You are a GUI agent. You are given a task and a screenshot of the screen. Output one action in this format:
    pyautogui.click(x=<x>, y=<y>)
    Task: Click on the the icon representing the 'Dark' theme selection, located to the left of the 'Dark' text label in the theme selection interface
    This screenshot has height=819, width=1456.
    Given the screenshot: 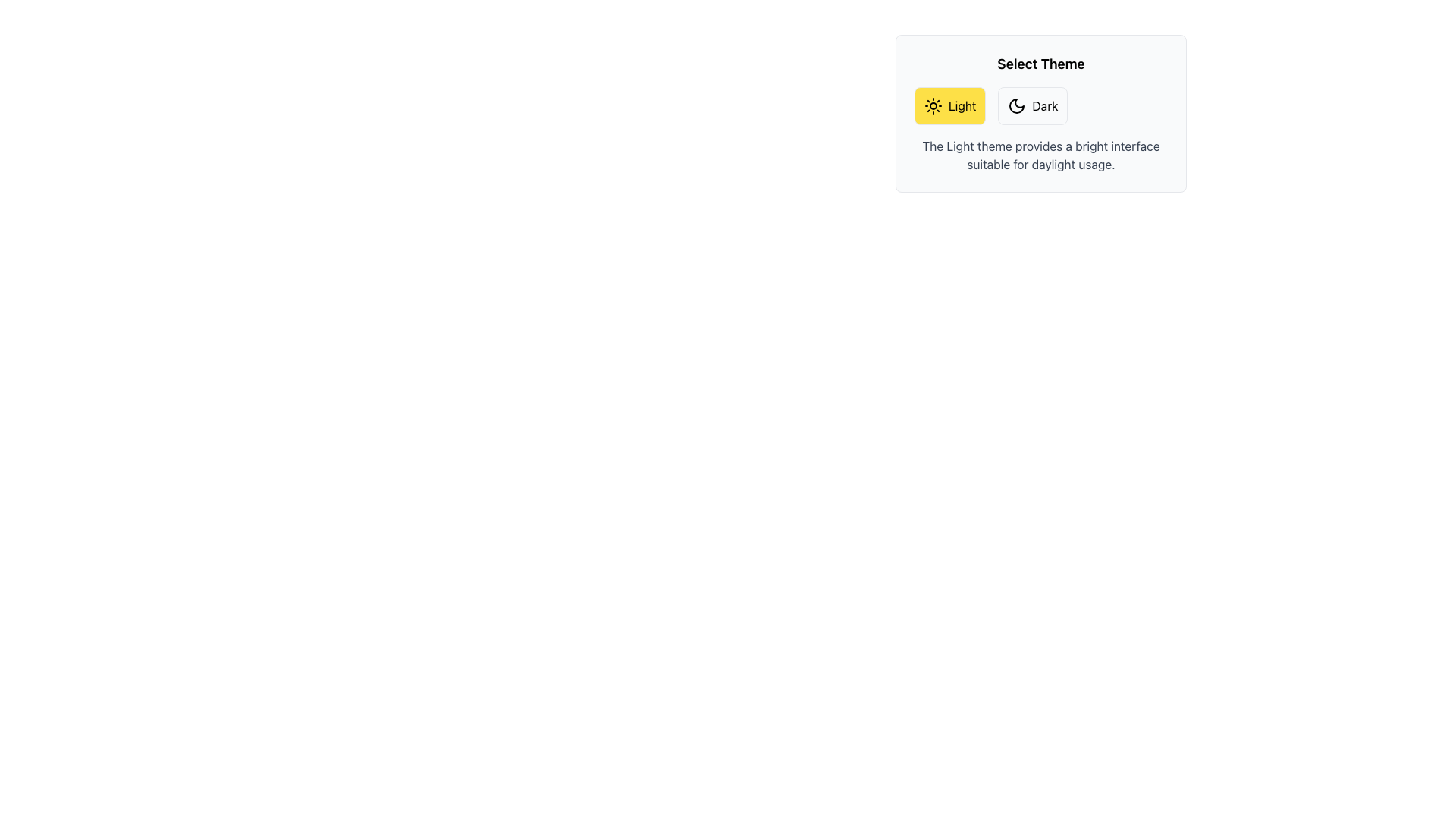 What is the action you would take?
    pyautogui.click(x=1017, y=105)
    